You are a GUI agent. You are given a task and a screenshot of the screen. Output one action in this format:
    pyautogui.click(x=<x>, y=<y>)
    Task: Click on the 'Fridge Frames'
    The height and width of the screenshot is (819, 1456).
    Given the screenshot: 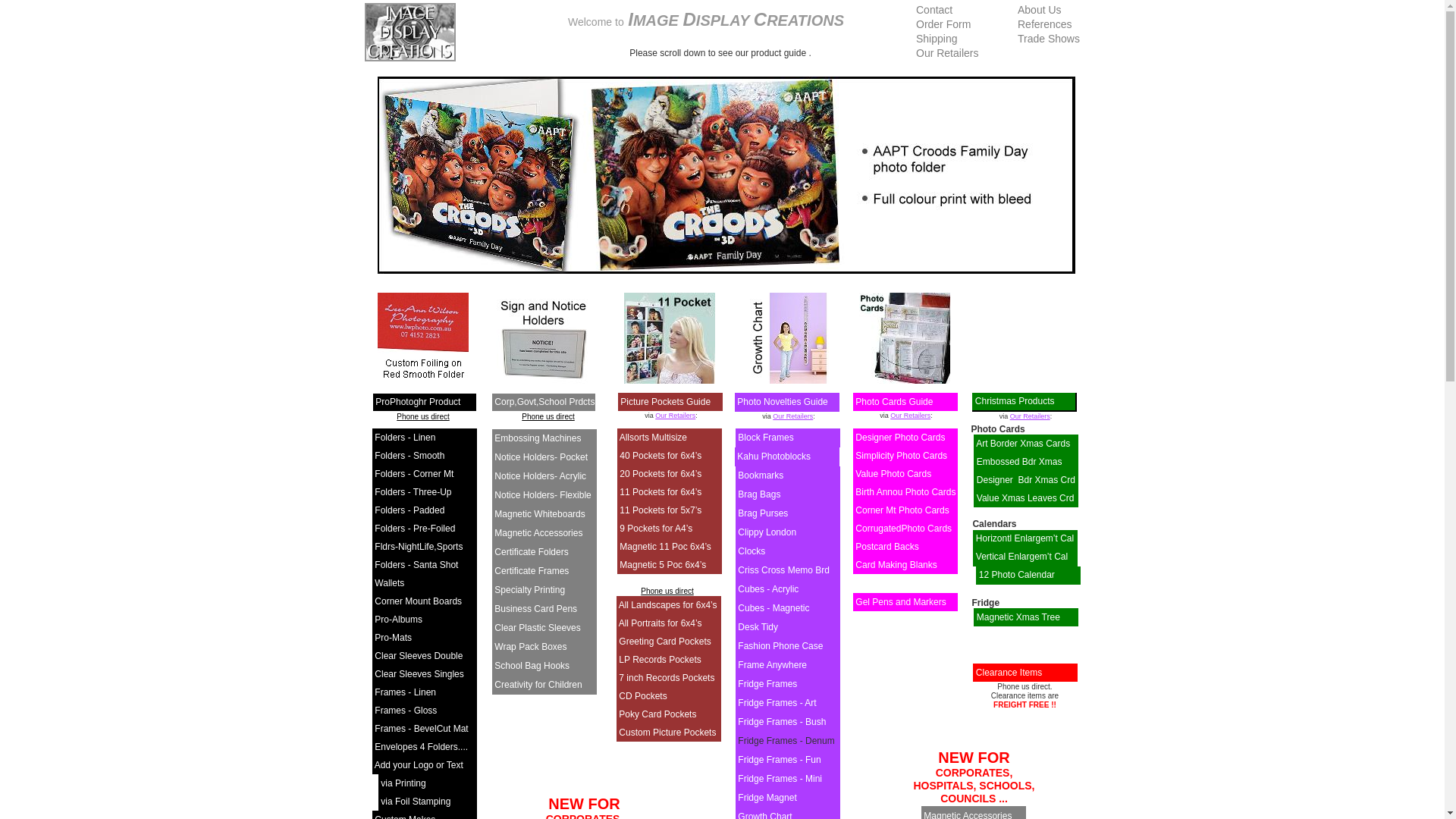 What is the action you would take?
    pyautogui.click(x=767, y=684)
    